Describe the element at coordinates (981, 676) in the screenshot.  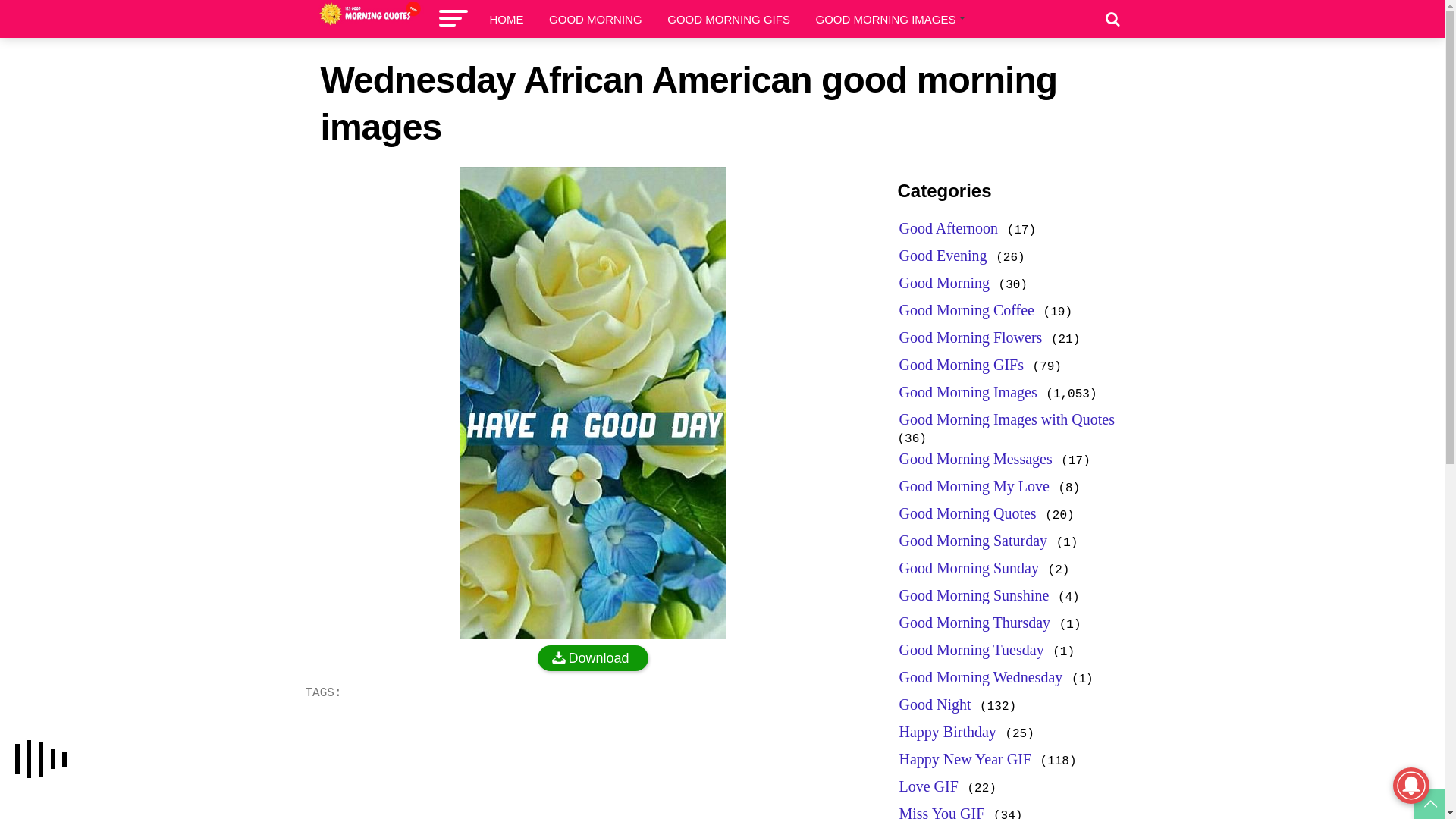
I see `'Good Morning Wednesday'` at that location.